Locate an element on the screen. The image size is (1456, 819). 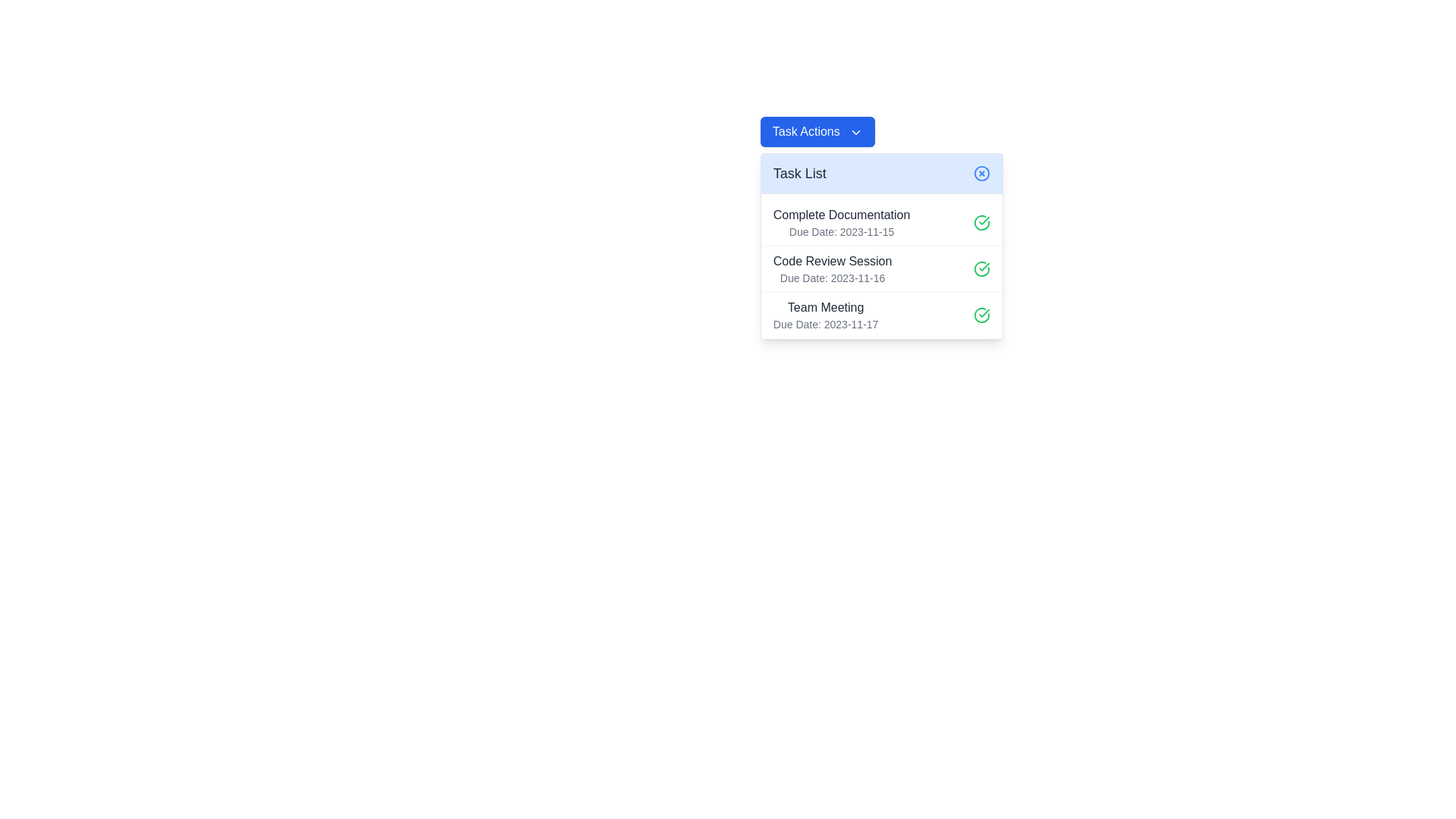
the first task entry in the 'Task List' that displays the task's title and due date, indicating its completion status is located at coordinates (881, 222).